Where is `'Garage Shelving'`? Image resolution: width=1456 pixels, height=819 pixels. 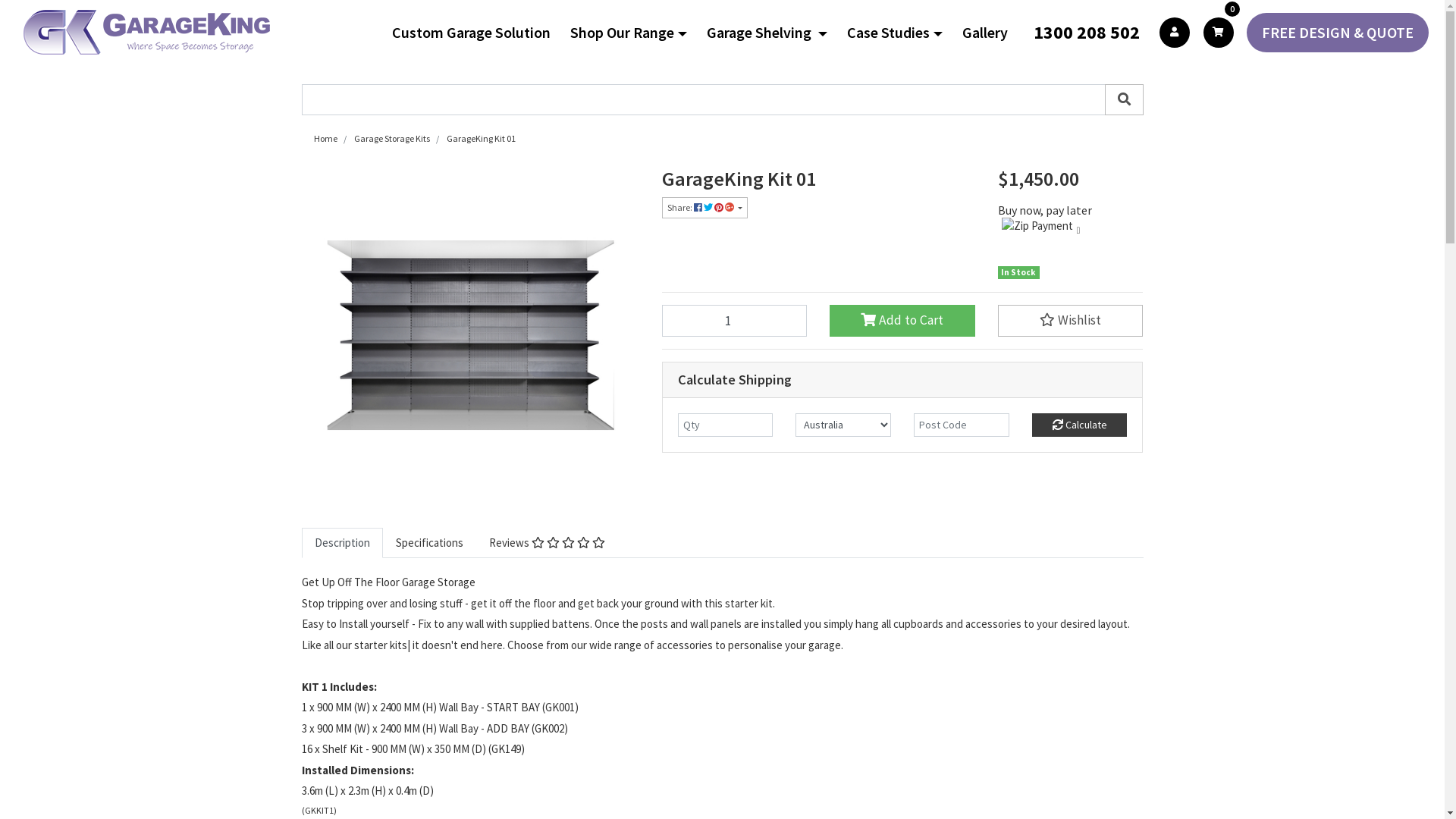
'Garage Shelving' is located at coordinates (773, 32).